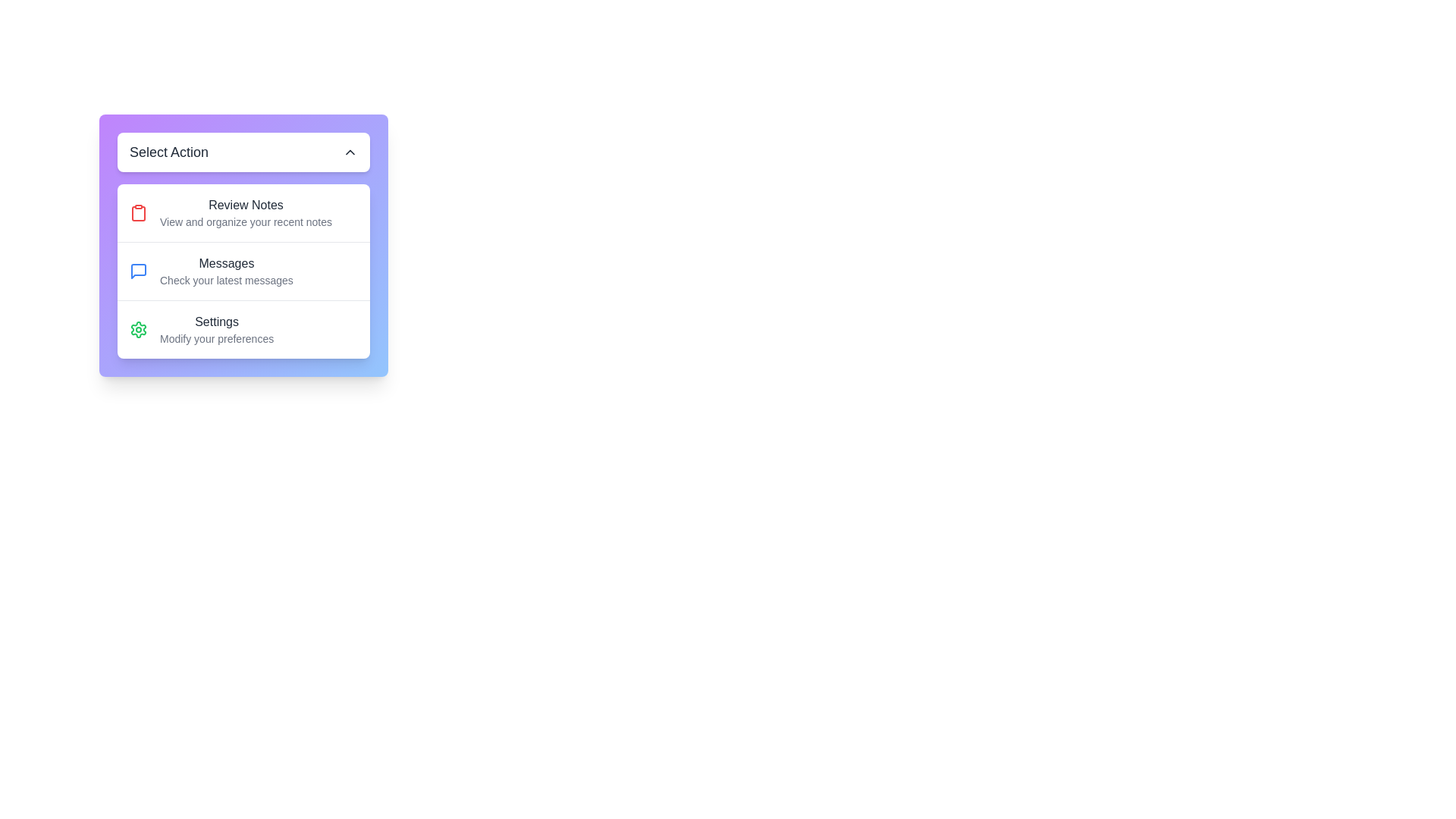  I want to click on descriptive Text label located under the 'Review Notes' section, which provides information about its purpose to the user, so click(246, 222).